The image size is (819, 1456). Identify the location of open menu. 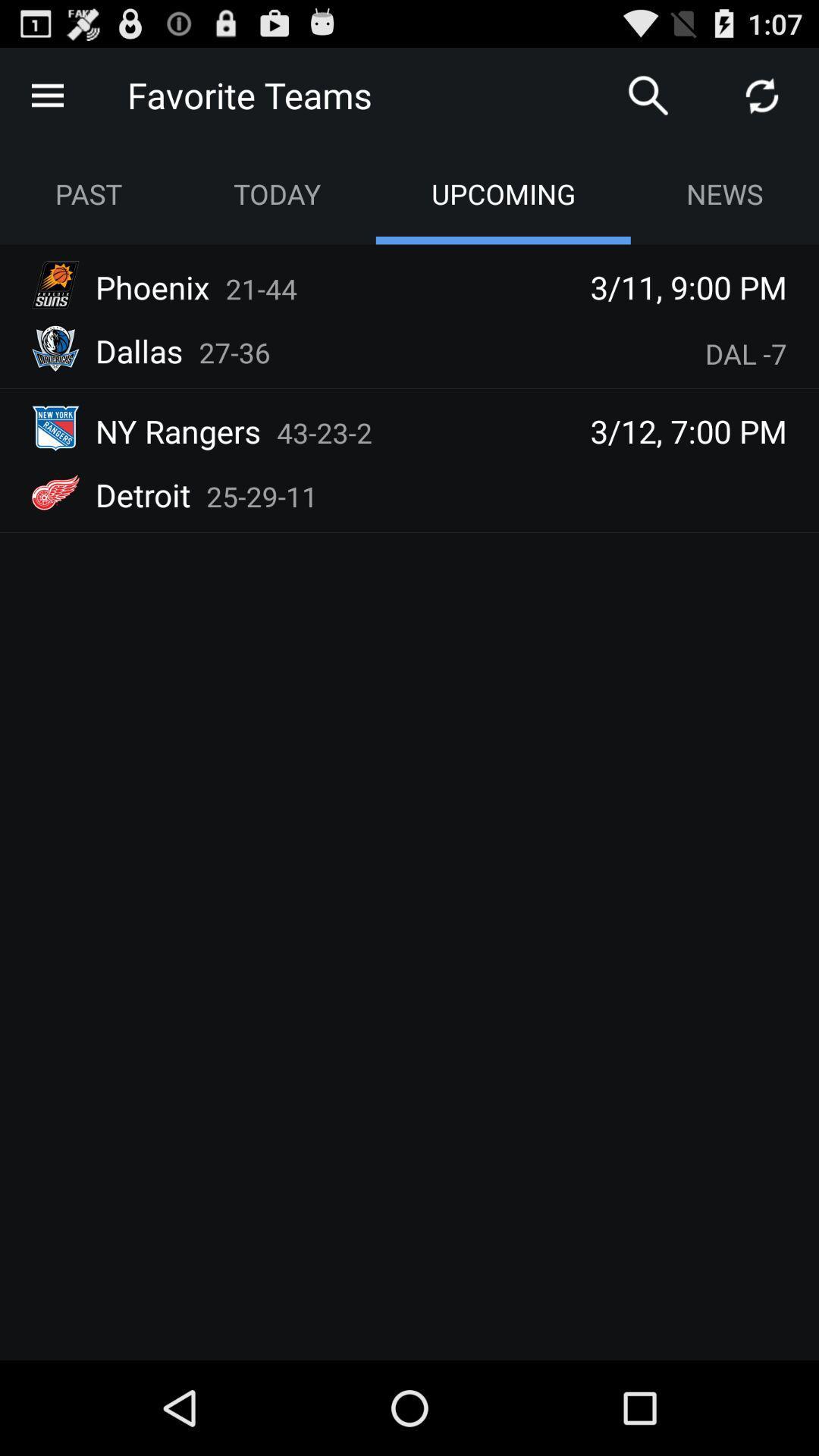
(46, 94).